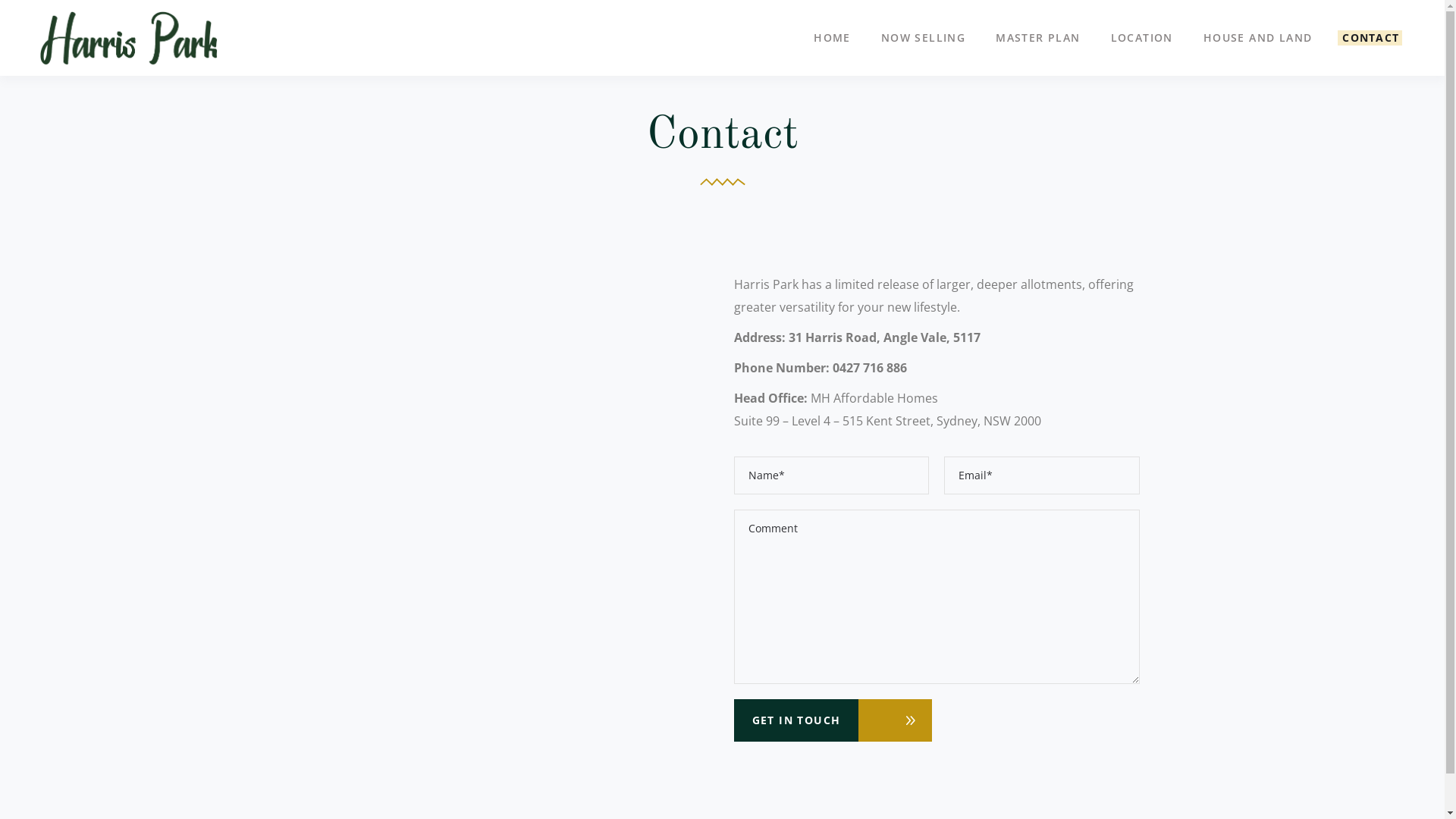 The image size is (1456, 819). I want to click on 'NOW SELLING', so click(922, 37).